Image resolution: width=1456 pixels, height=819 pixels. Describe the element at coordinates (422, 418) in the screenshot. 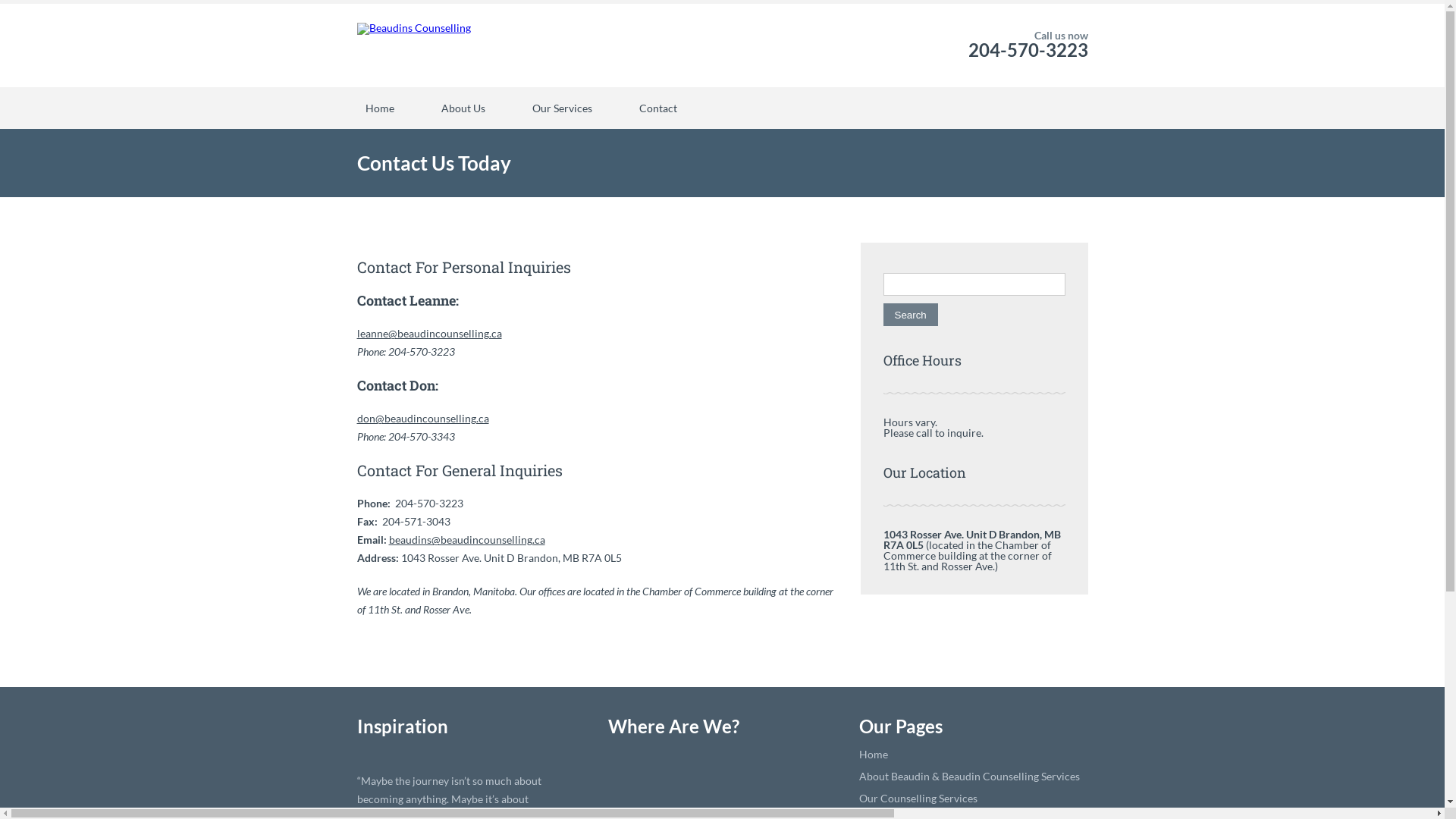

I see `'don@beaudincounselling.ca'` at that location.